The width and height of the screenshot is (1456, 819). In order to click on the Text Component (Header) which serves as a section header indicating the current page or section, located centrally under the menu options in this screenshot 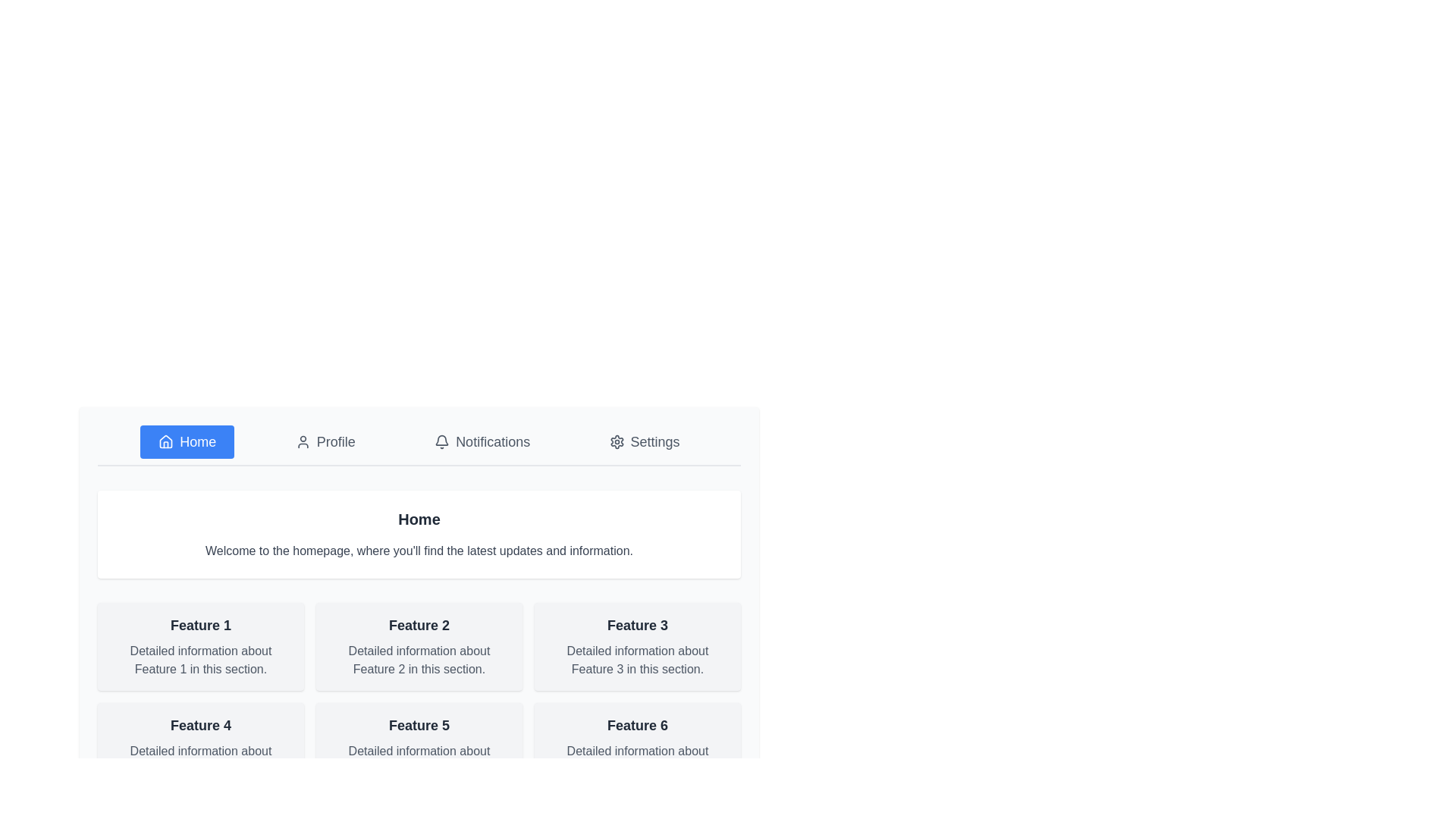, I will do `click(419, 519)`.